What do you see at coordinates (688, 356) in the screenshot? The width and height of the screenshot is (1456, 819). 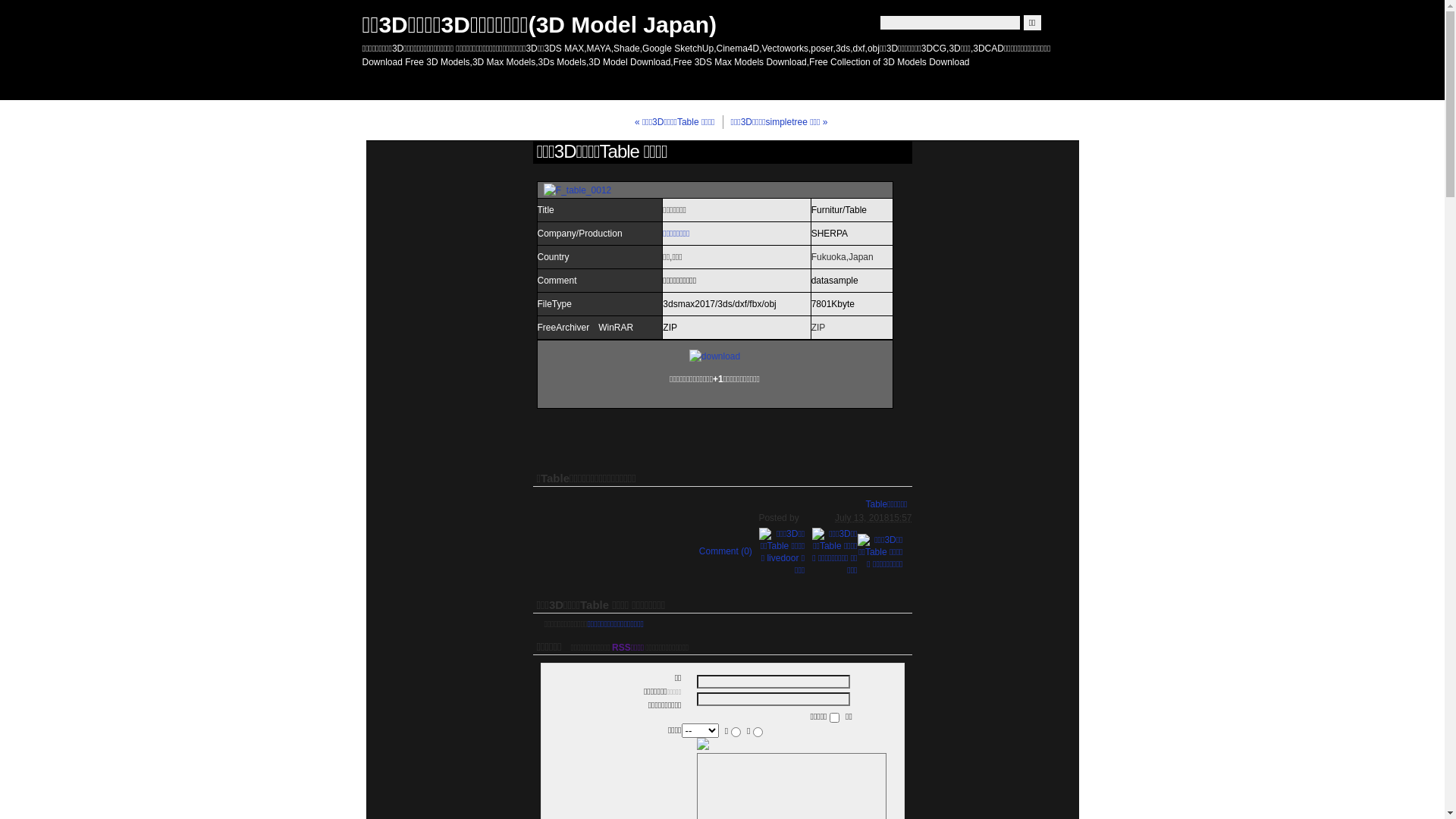 I see `'download'` at bounding box center [688, 356].